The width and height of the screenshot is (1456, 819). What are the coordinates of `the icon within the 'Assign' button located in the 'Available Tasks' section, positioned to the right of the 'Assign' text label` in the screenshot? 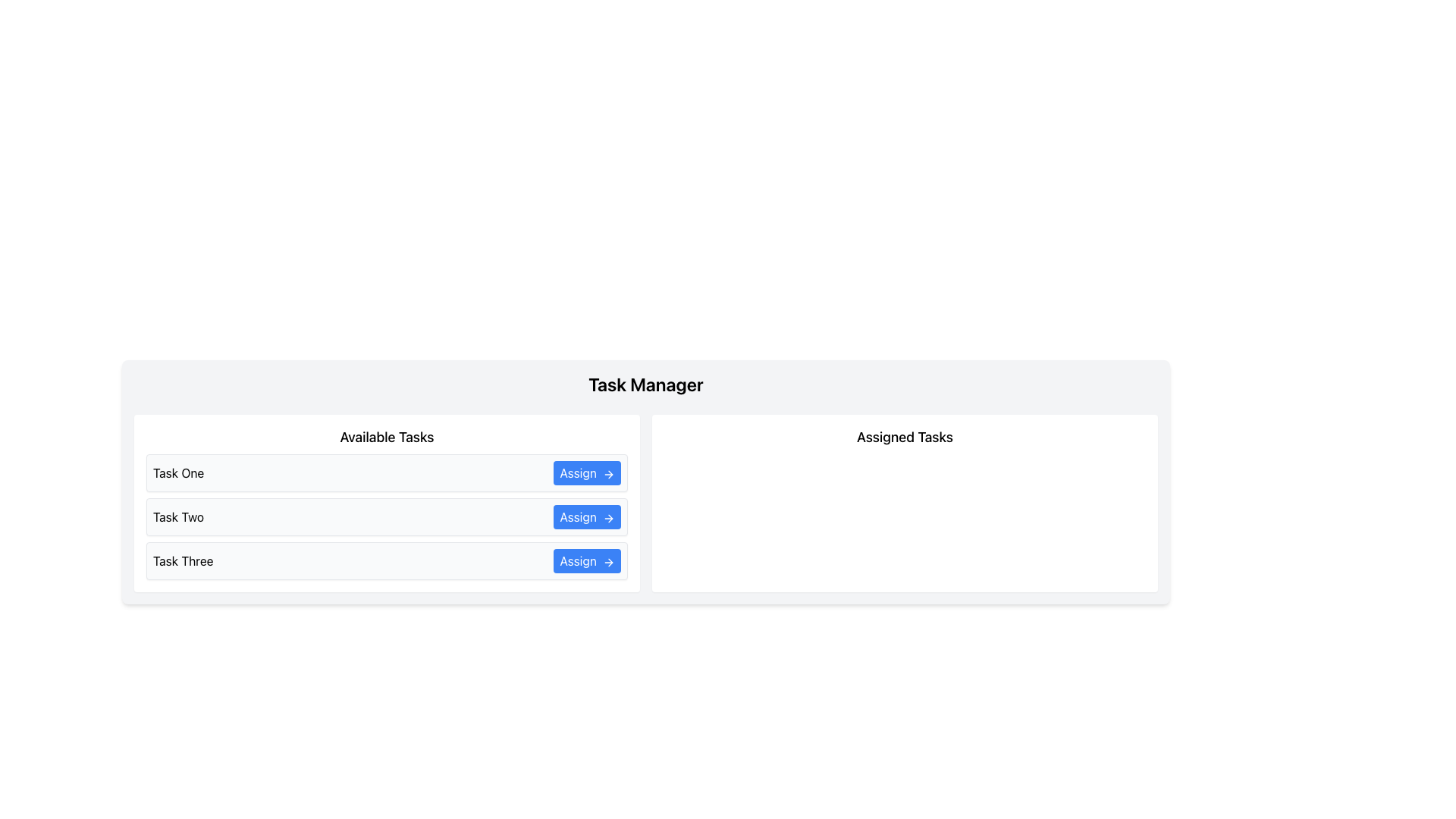 It's located at (608, 472).